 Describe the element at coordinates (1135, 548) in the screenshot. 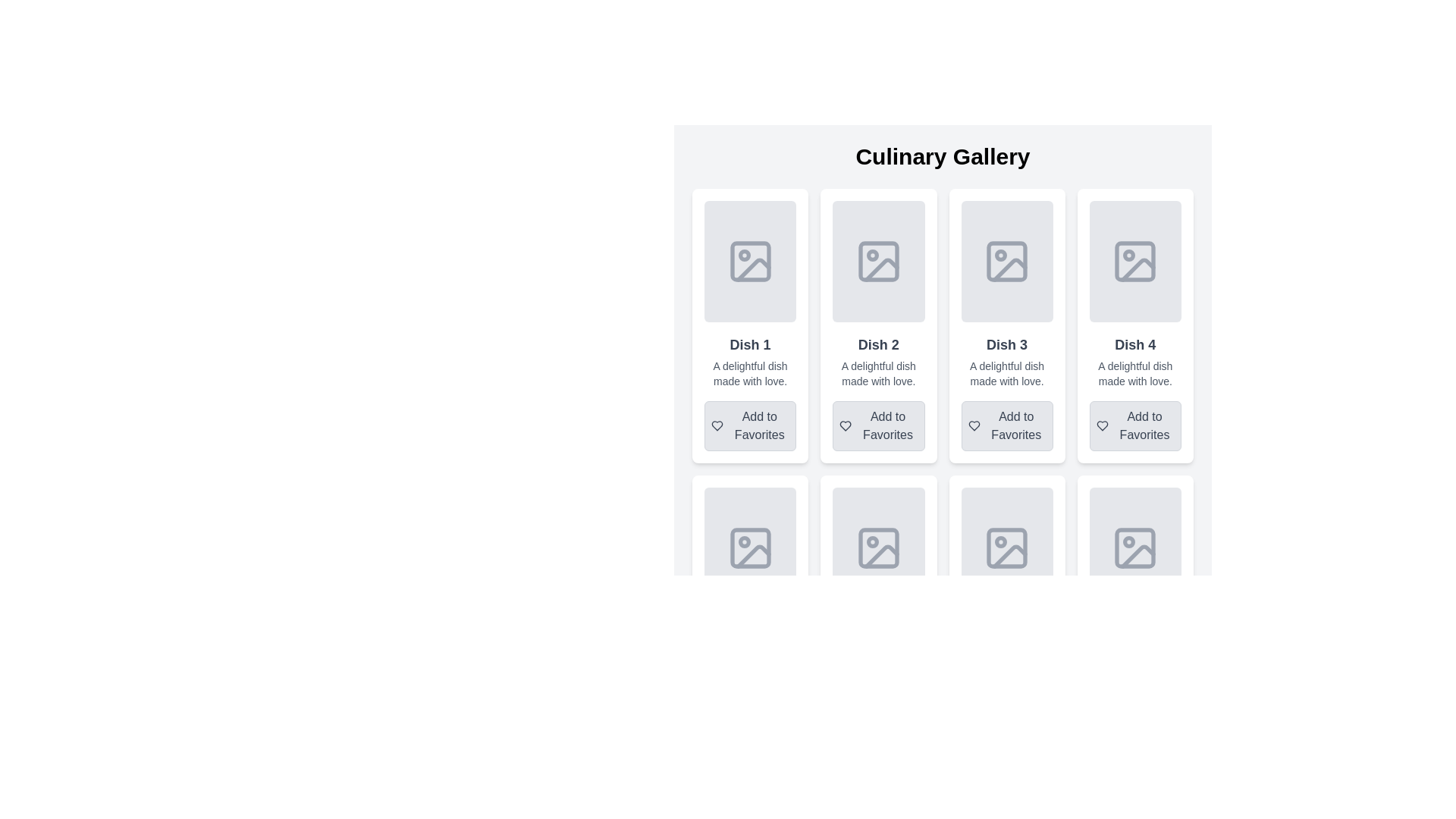

I see `the decorative rectangle with rounded corners, styled with a light gray fill, located at the bottom-right corner within an image placeholder icon in the first card of the second row of a grid layout` at that location.